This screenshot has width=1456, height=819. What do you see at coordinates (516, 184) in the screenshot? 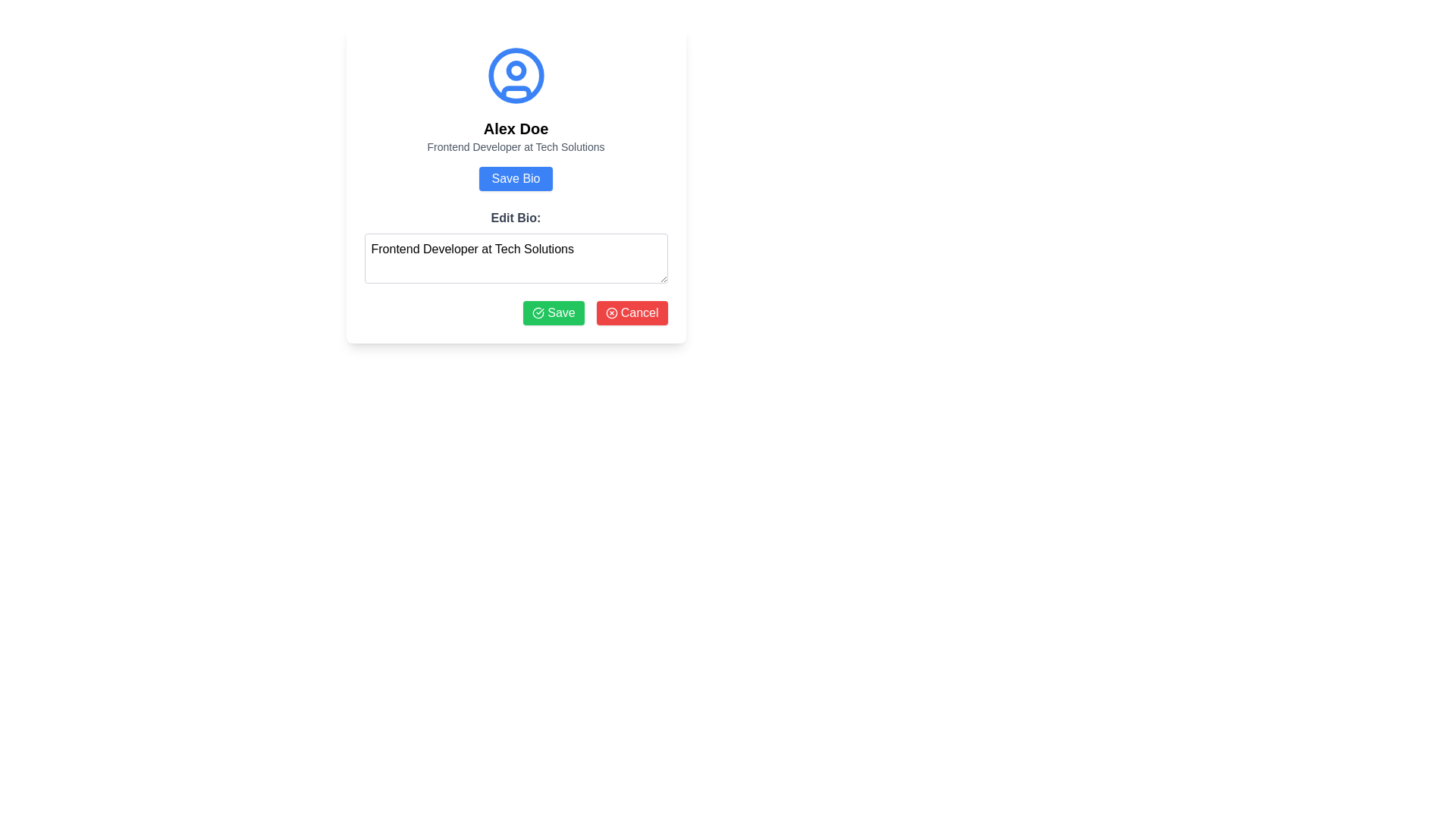
I see `the save button located below the user's name 'Alex Doe' and job title 'Frontend Developer at Tech Solutions' to confirm and save bio changes` at bounding box center [516, 184].